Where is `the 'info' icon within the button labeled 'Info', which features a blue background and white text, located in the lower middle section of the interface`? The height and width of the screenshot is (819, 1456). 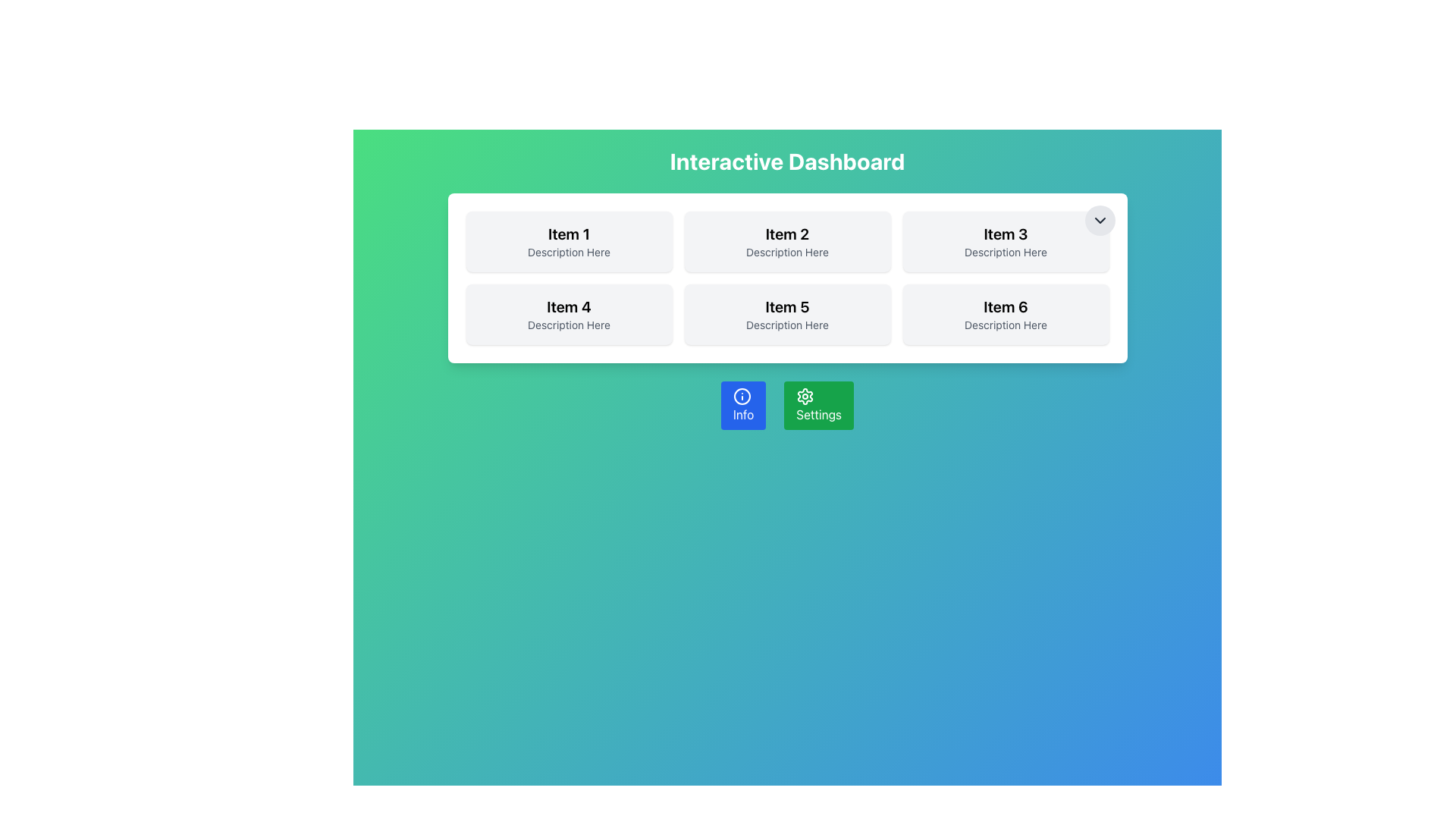 the 'info' icon within the button labeled 'Info', which features a blue background and white text, located in the lower middle section of the interface is located at coordinates (742, 396).